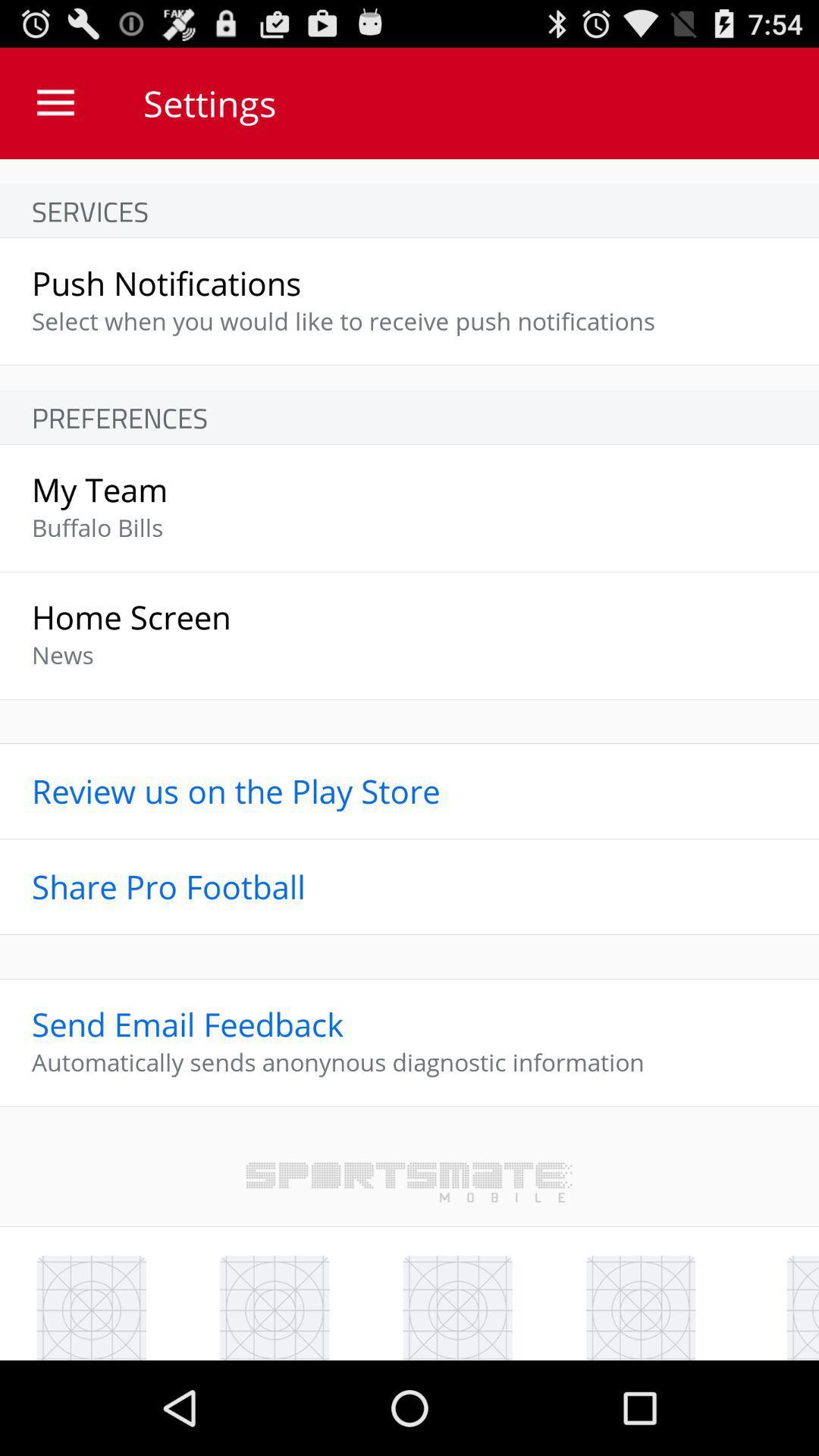 Image resolution: width=819 pixels, height=1456 pixels. Describe the element at coordinates (55, 102) in the screenshot. I see `the icon above services` at that location.